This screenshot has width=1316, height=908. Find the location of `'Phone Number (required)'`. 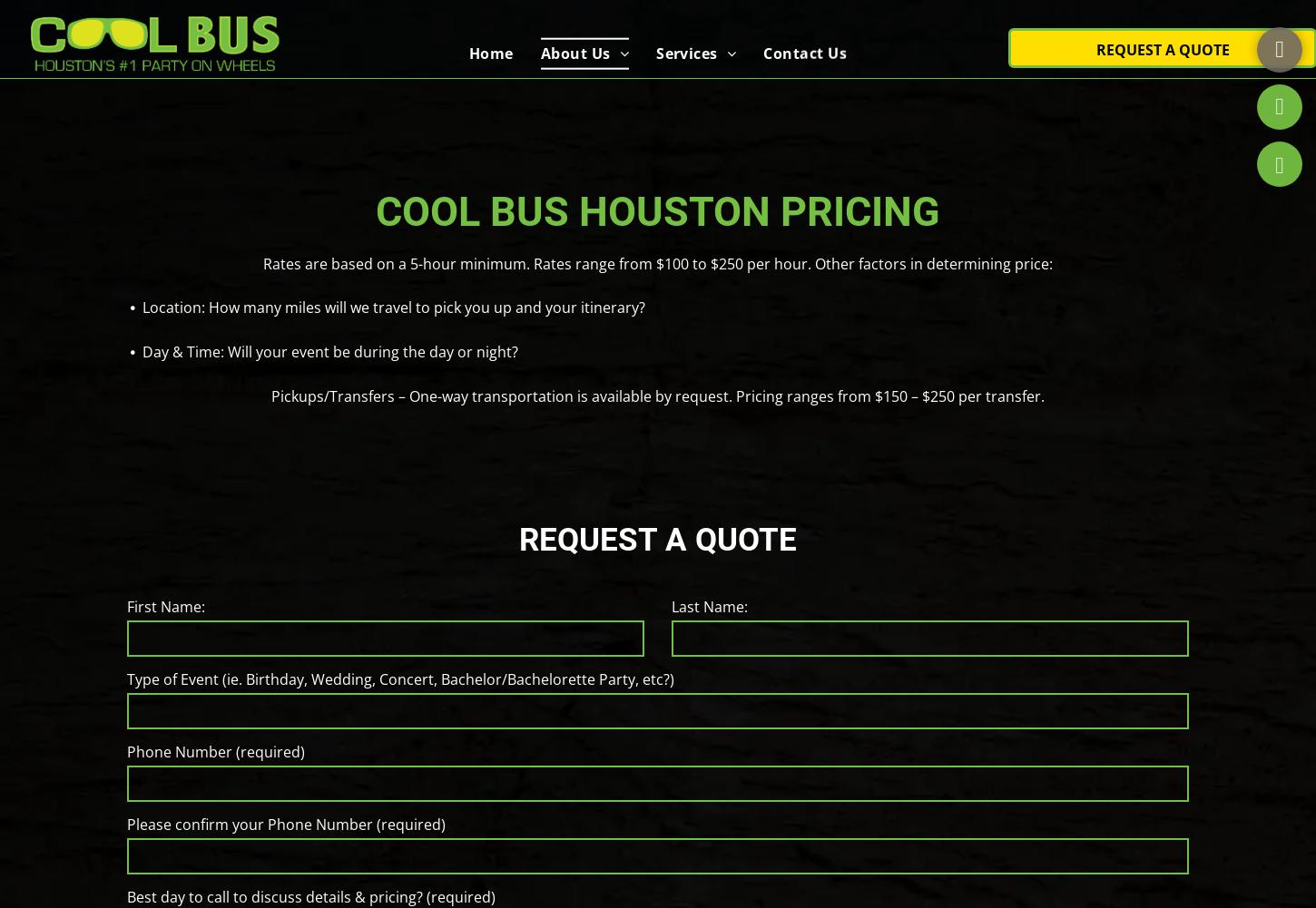

'Phone Number (required)' is located at coordinates (214, 751).